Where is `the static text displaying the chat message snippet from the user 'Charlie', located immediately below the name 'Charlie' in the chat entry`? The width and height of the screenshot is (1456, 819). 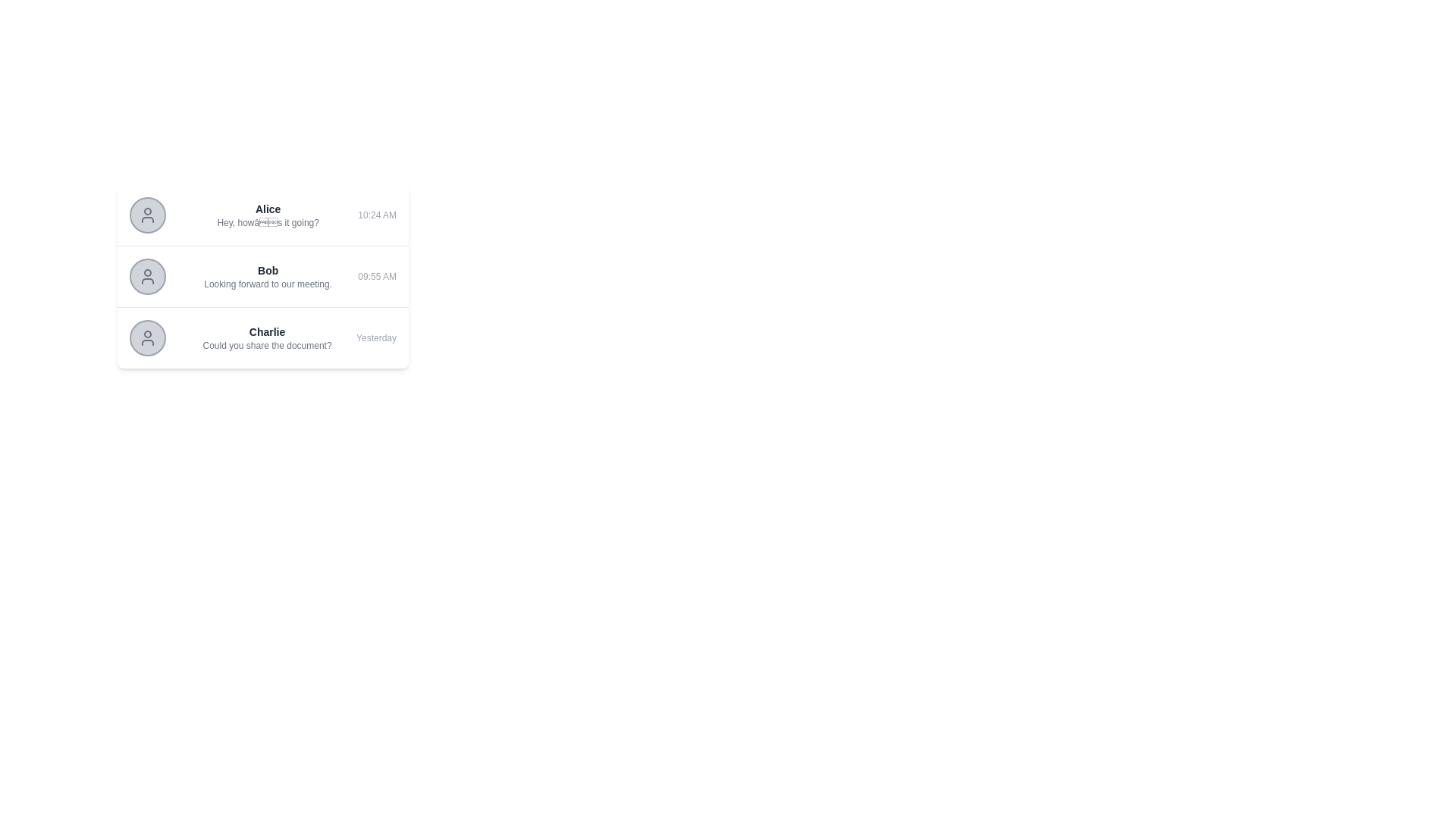
the static text displaying the chat message snippet from the user 'Charlie', located immediately below the name 'Charlie' in the chat entry is located at coordinates (267, 345).